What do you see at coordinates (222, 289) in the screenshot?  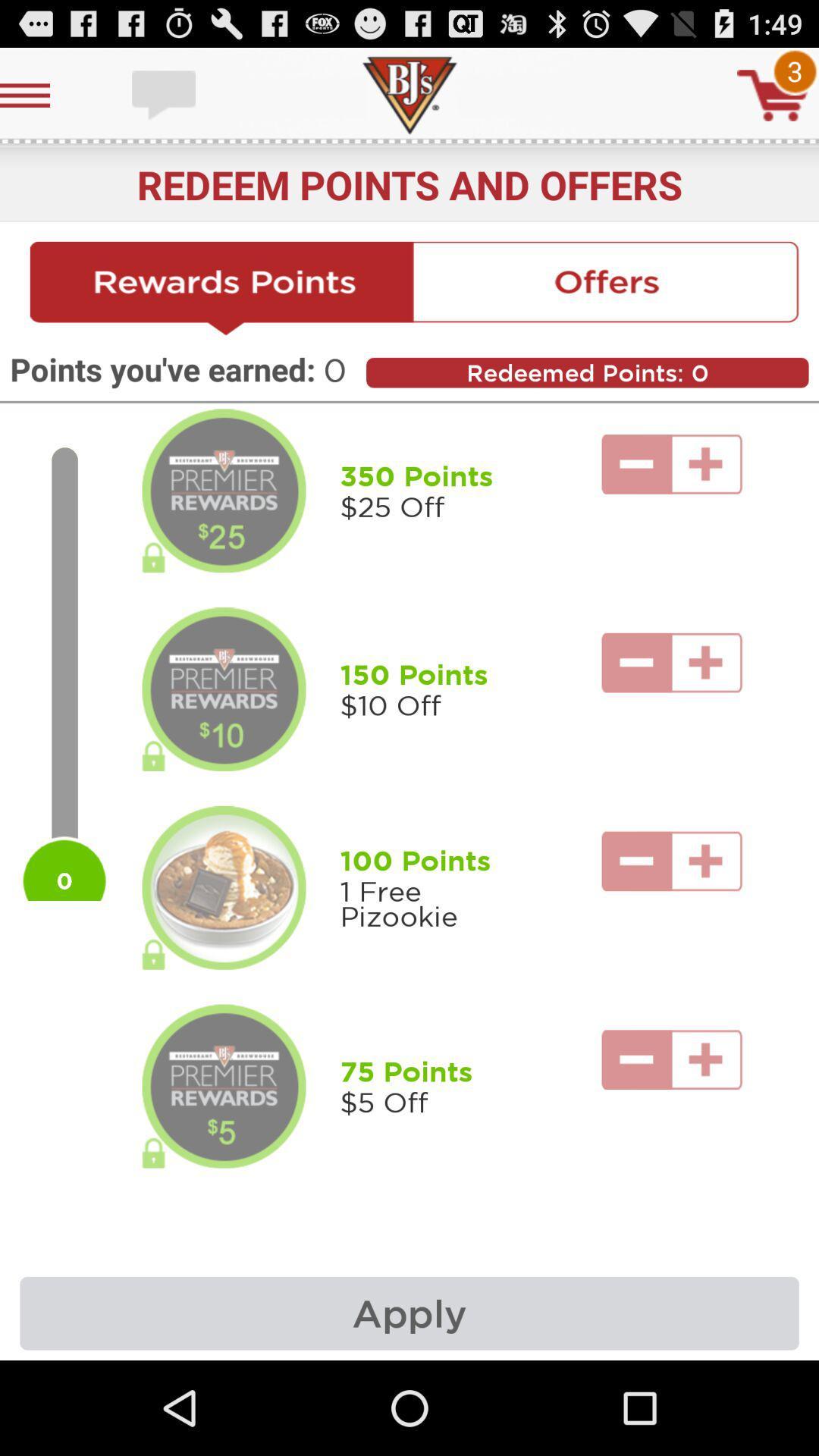 I see `reward points` at bounding box center [222, 289].